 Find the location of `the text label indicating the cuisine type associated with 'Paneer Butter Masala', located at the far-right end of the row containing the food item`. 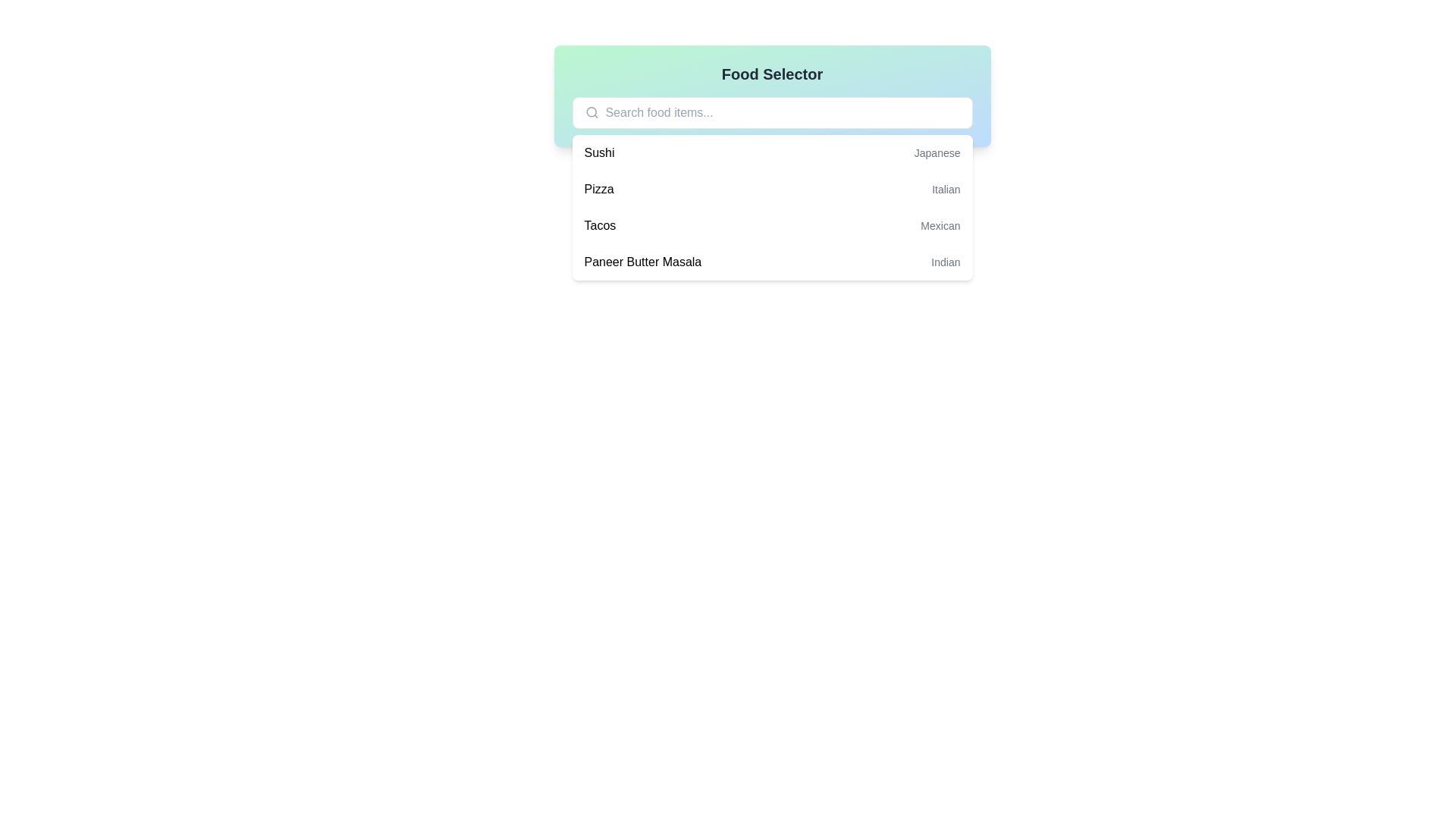

the text label indicating the cuisine type associated with 'Paneer Butter Masala', located at the far-right end of the row containing the food item is located at coordinates (945, 262).